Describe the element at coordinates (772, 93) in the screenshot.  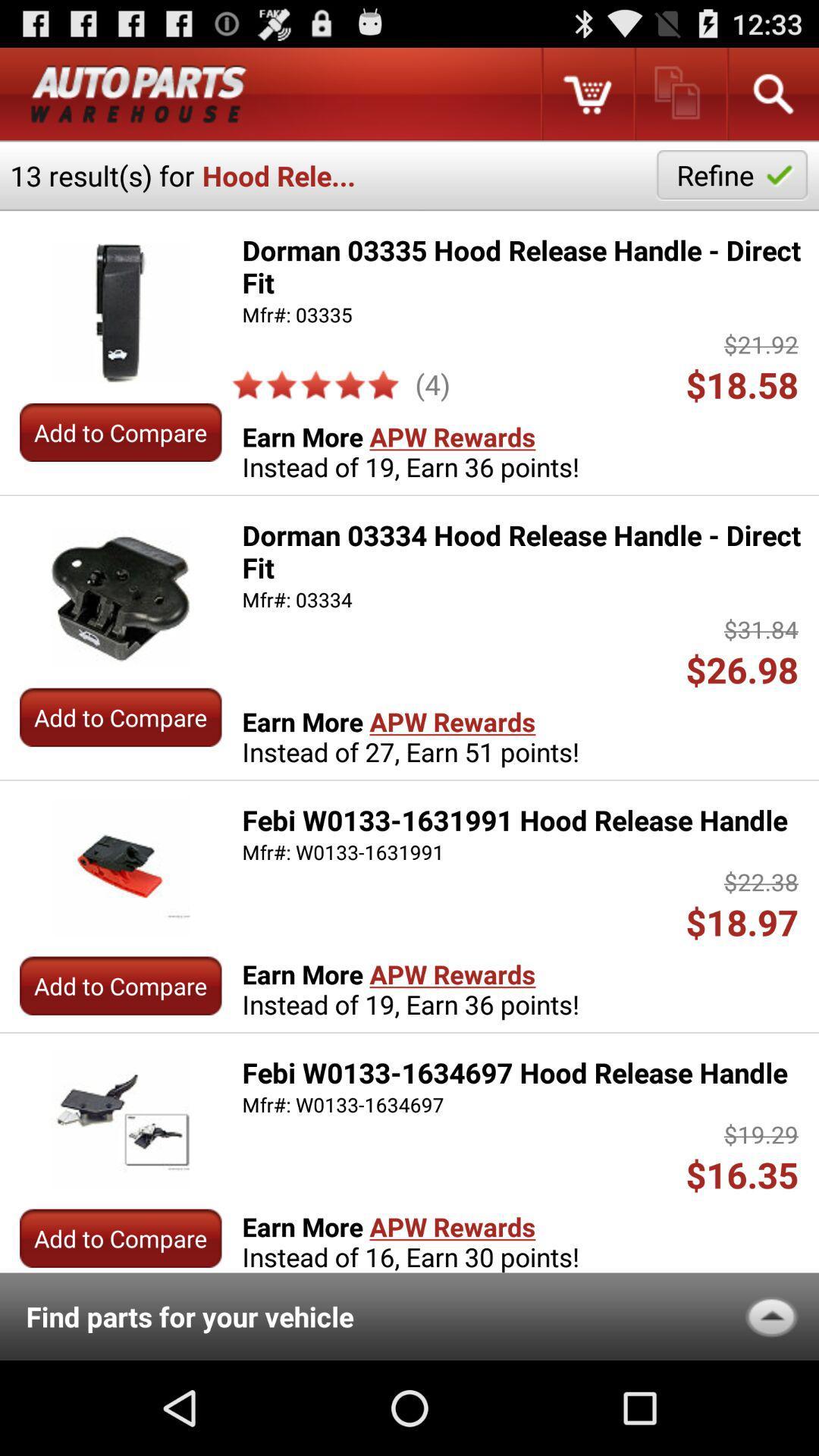
I see `search criteria` at that location.